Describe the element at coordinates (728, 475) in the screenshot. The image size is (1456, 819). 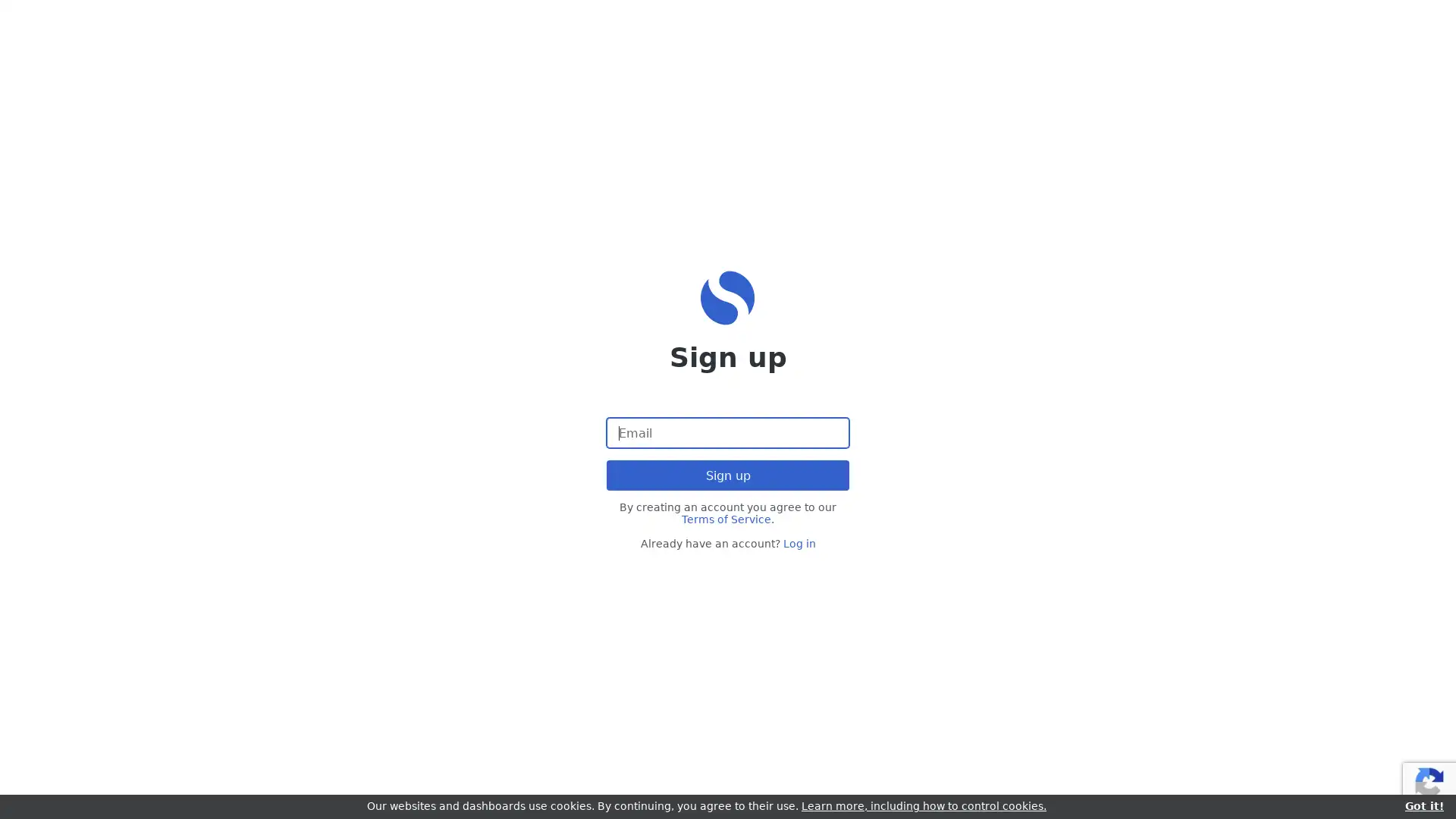
I see `Sign up` at that location.